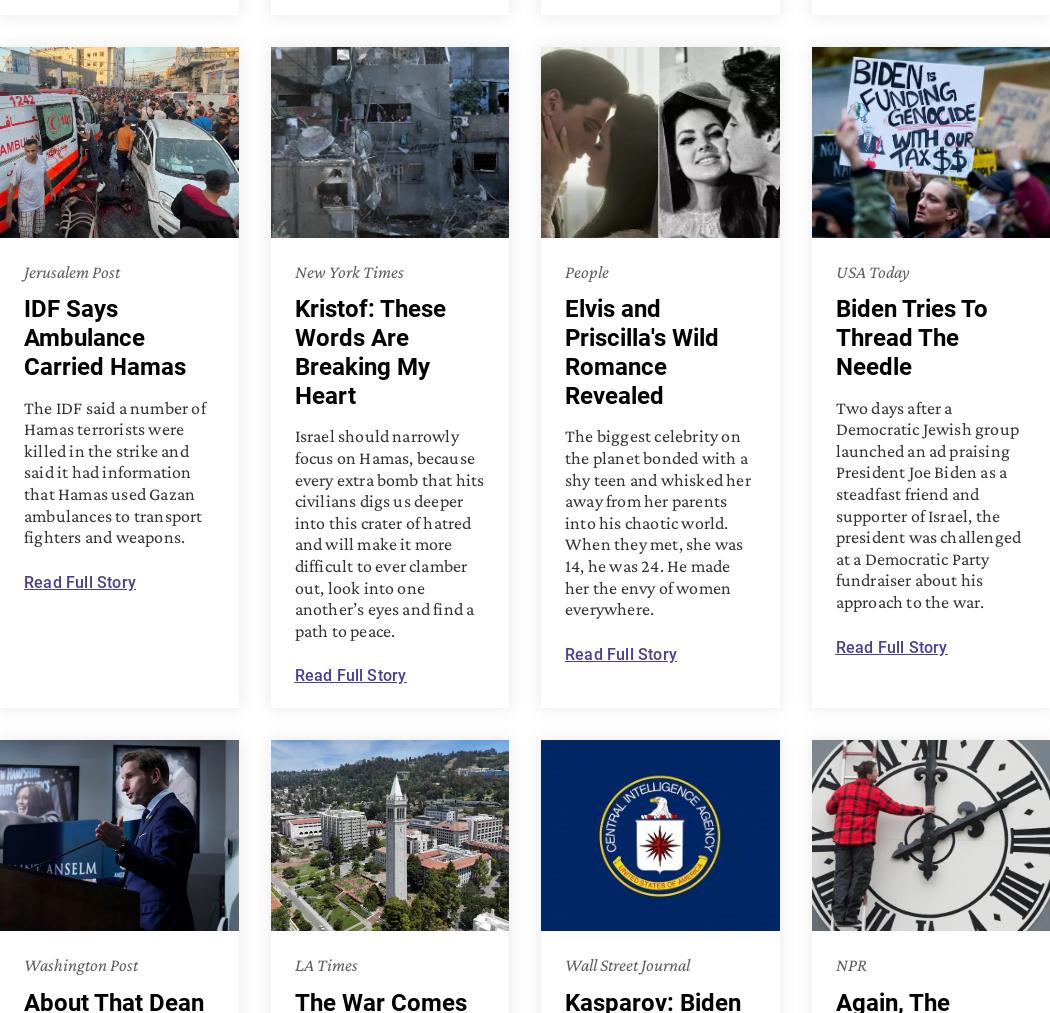 This screenshot has height=1013, width=1050. What do you see at coordinates (325, 964) in the screenshot?
I see `'LA Times'` at bounding box center [325, 964].